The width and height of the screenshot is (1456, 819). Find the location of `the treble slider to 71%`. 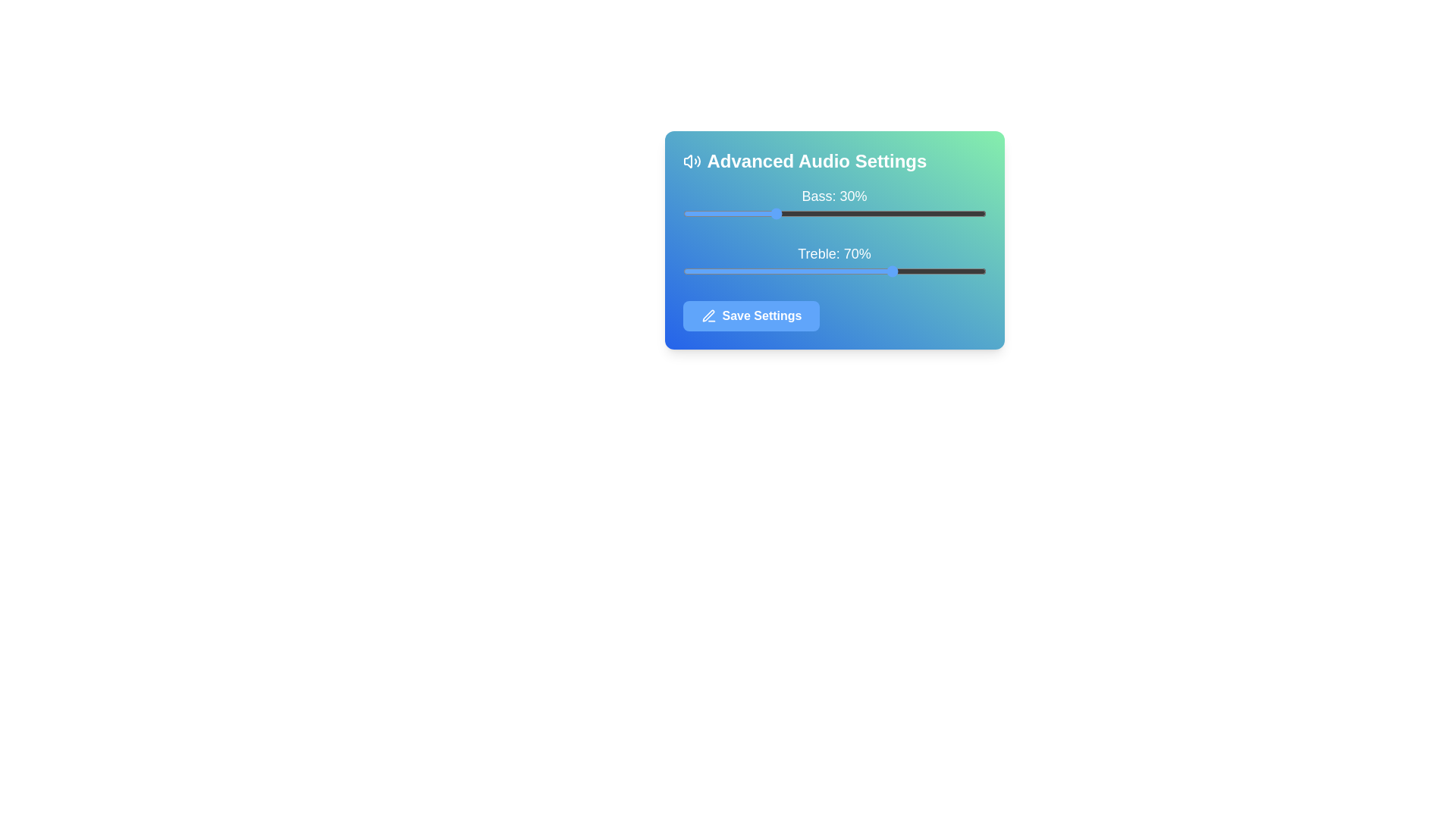

the treble slider to 71% is located at coordinates (898, 271).